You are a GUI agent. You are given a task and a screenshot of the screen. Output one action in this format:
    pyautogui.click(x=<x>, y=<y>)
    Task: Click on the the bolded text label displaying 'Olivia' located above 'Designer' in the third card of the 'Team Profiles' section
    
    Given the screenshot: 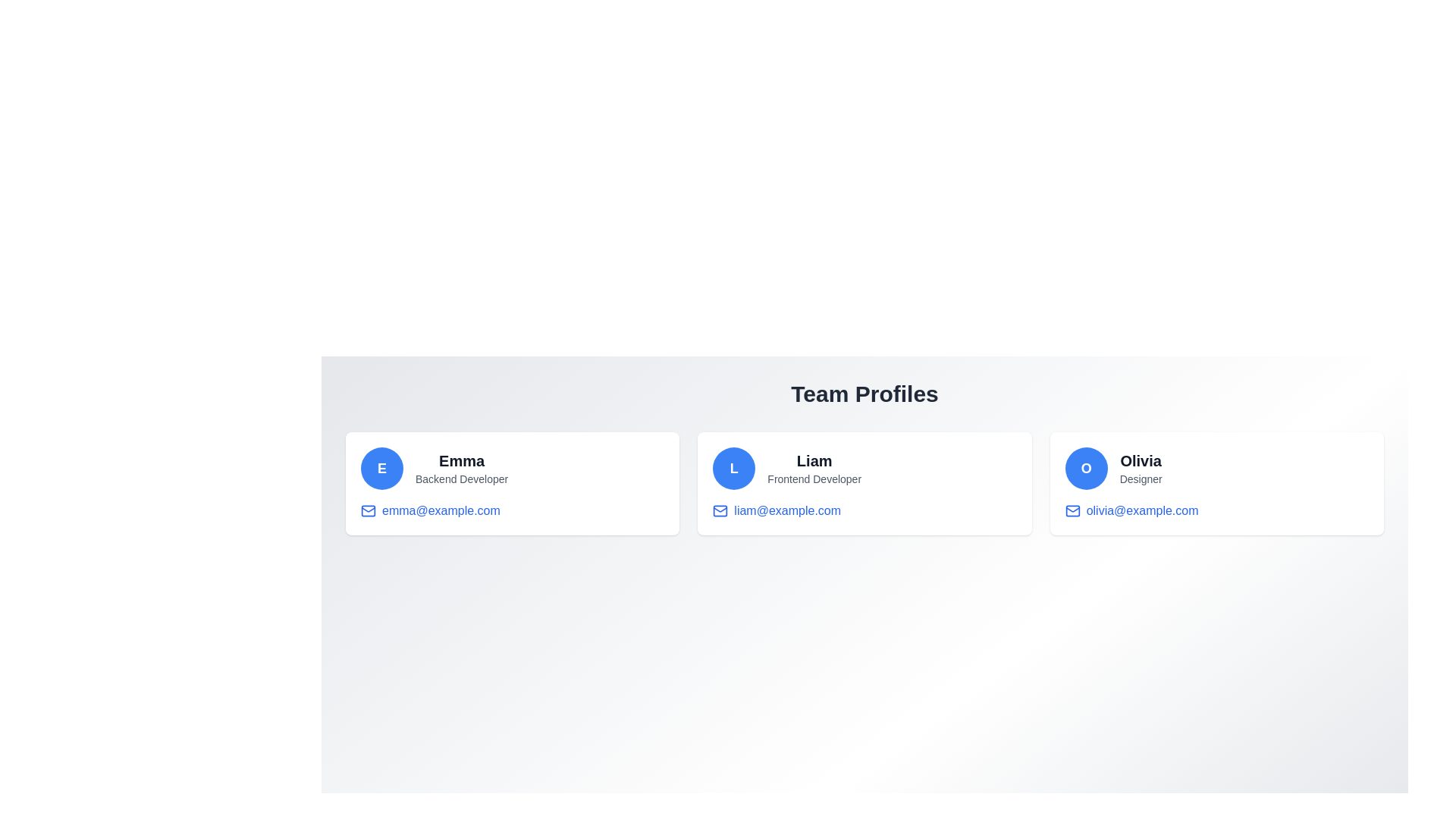 What is the action you would take?
    pyautogui.click(x=1140, y=460)
    